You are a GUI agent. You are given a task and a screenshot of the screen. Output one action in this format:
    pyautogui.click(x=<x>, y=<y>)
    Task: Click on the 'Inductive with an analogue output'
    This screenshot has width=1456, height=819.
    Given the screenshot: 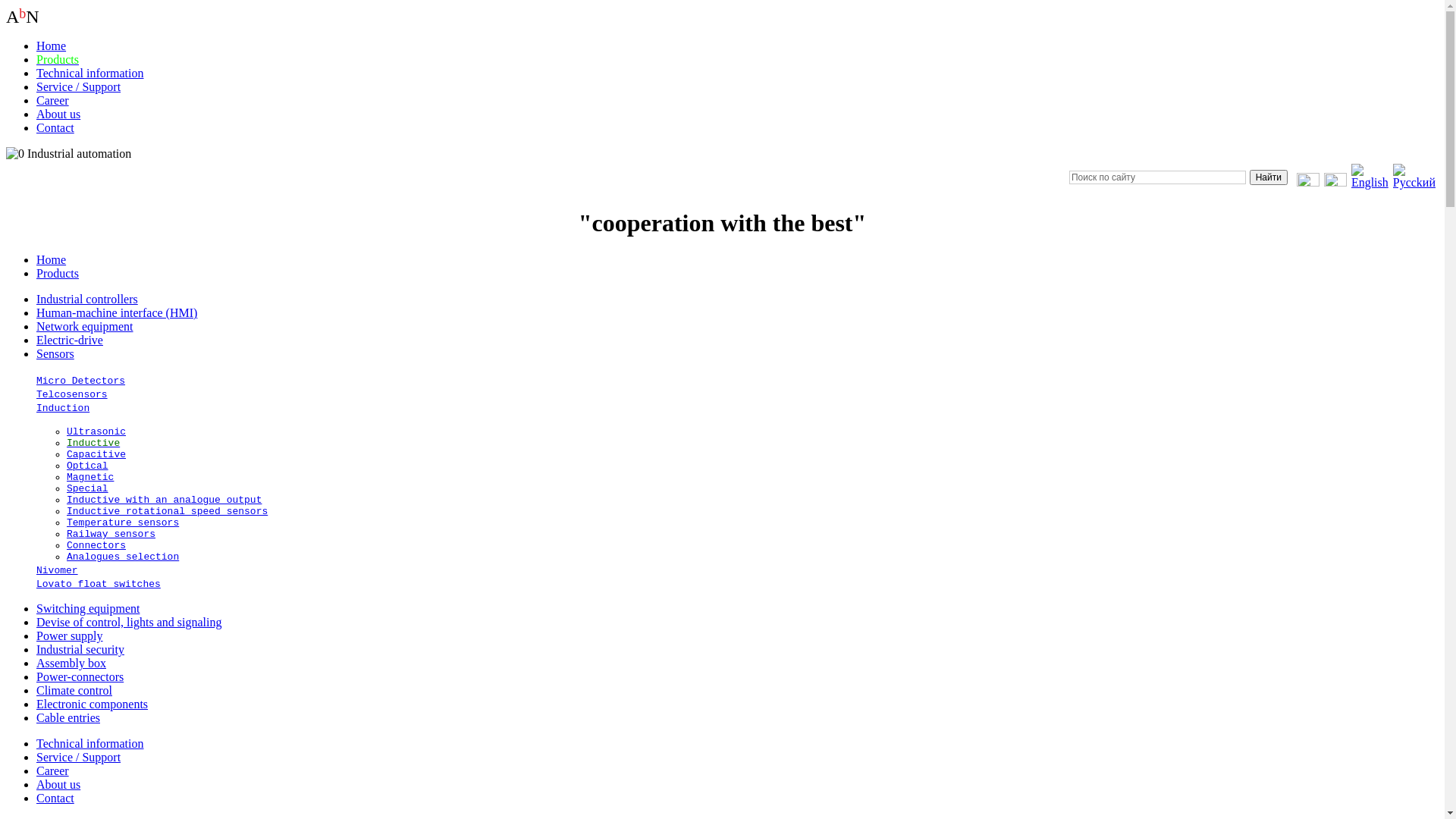 What is the action you would take?
    pyautogui.click(x=65, y=500)
    